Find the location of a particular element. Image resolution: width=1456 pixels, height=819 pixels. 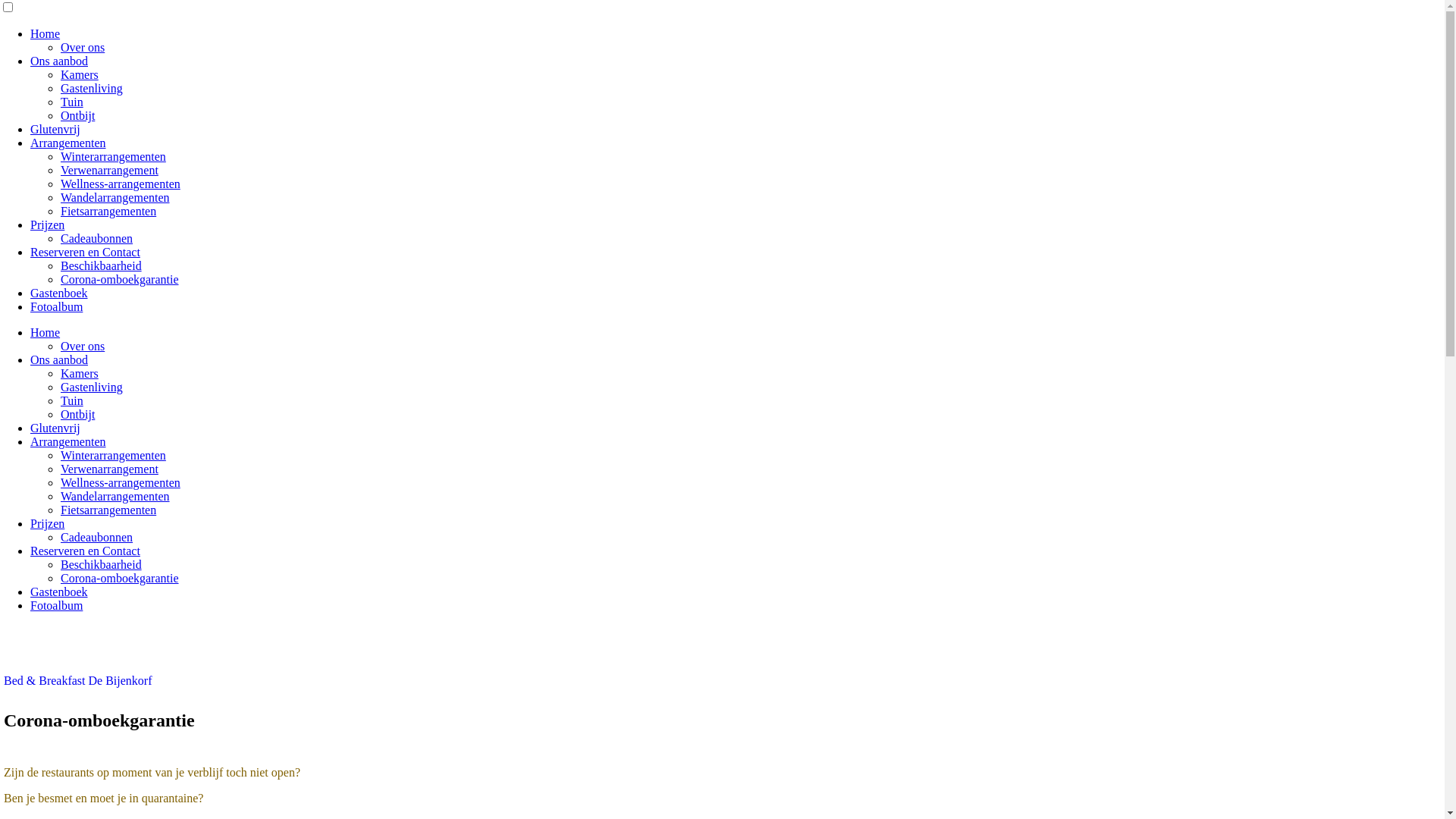

'Bed & Breakfast De Bijenkorf' is located at coordinates (77, 679).